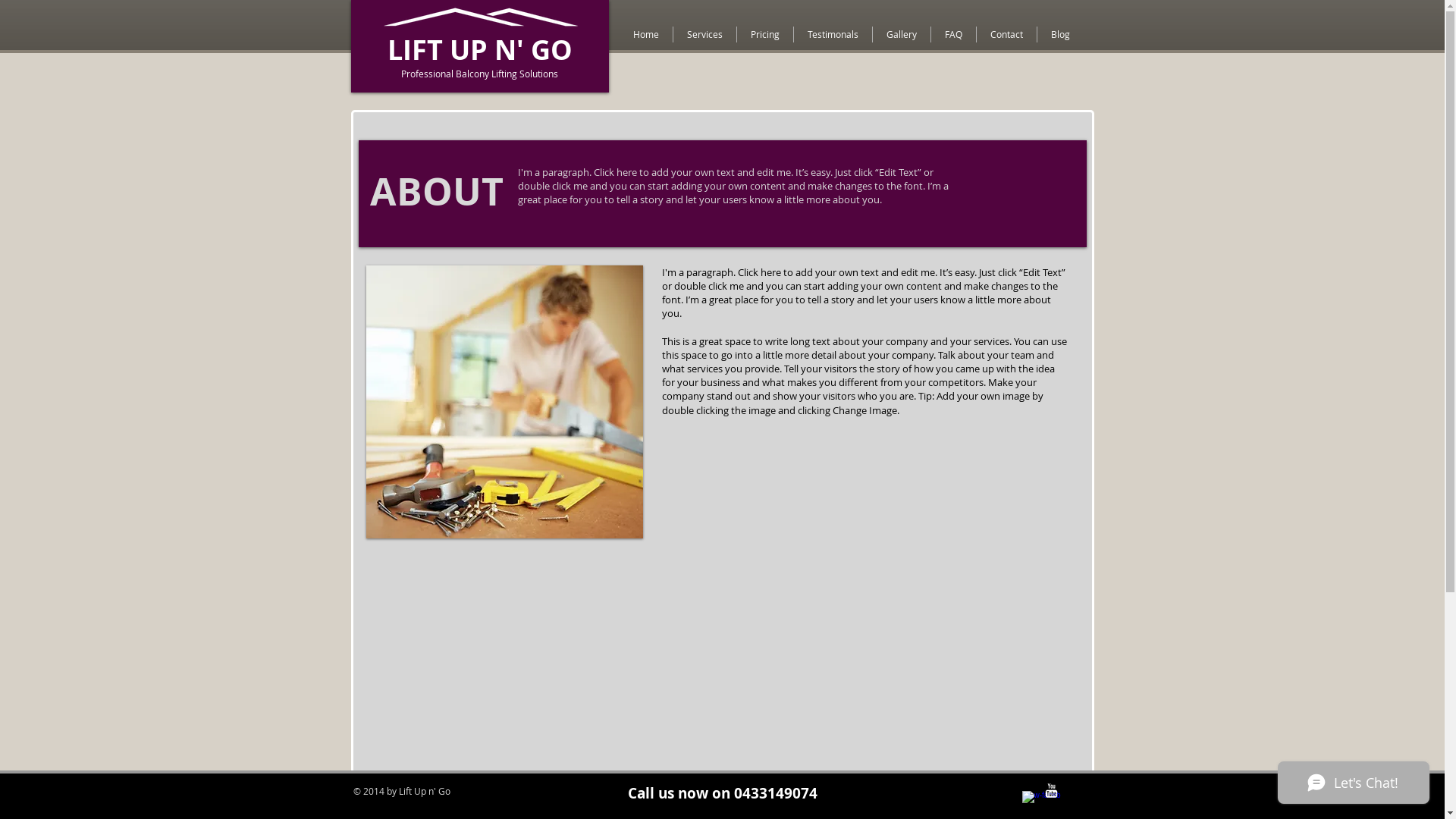 Image resolution: width=1456 pixels, height=819 pixels. Describe the element at coordinates (976, 34) in the screenshot. I see `'Contact'` at that location.